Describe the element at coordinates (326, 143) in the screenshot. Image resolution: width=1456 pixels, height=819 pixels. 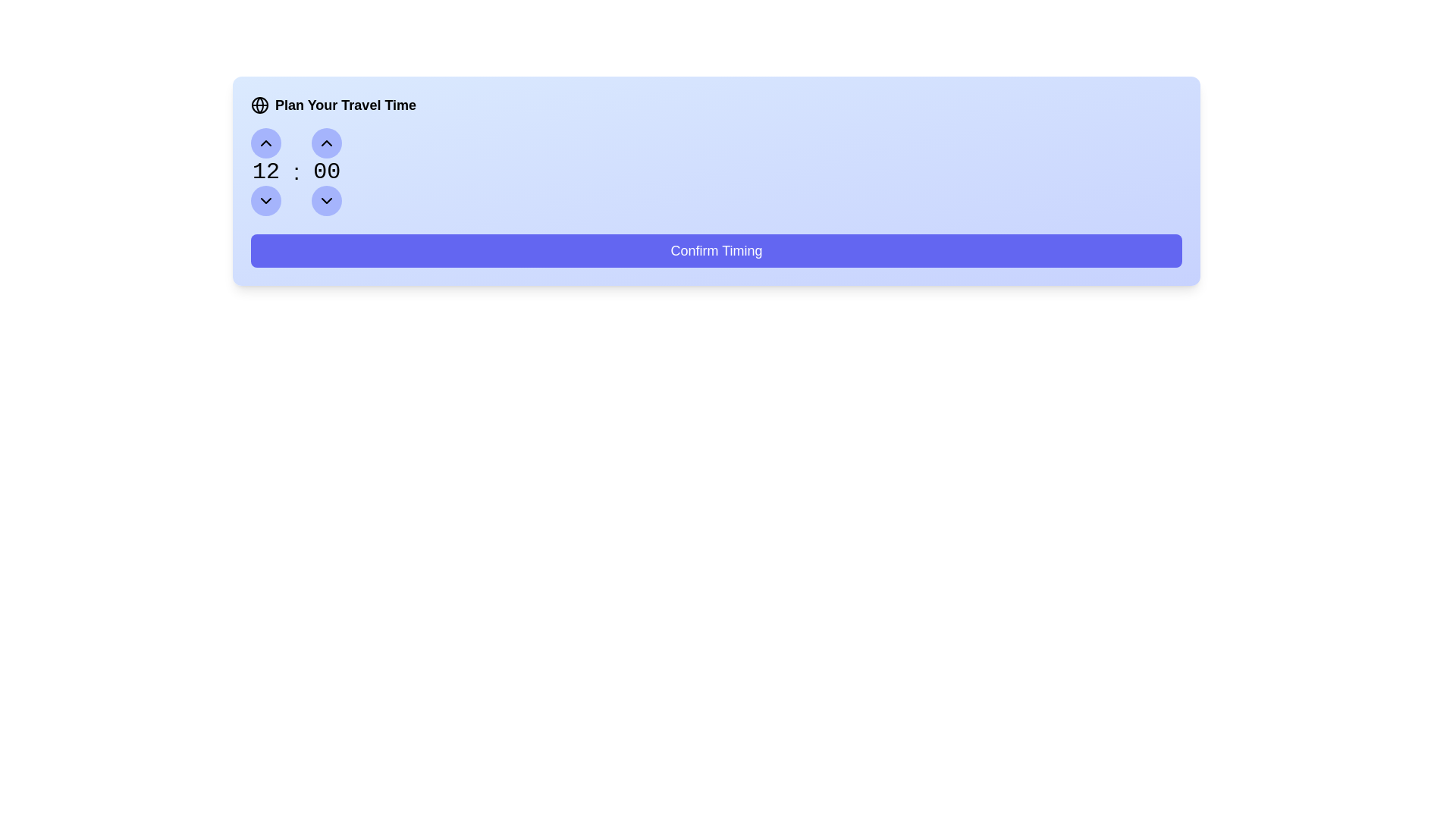
I see `the chevron up icon button located in the 'Plan Your Travel Time' panel to increment the hour value by one unit` at that location.